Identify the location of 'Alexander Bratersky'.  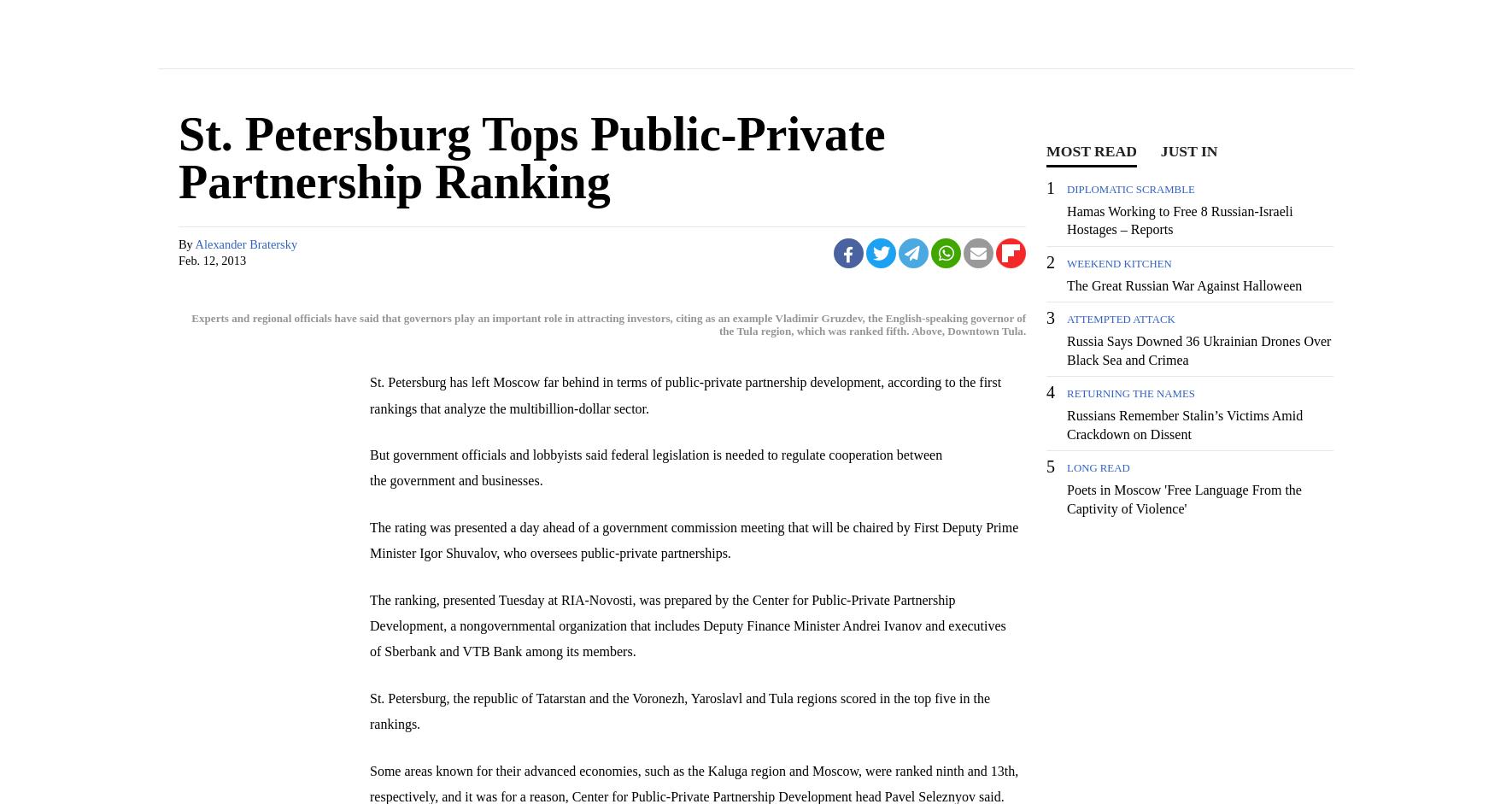
(245, 244).